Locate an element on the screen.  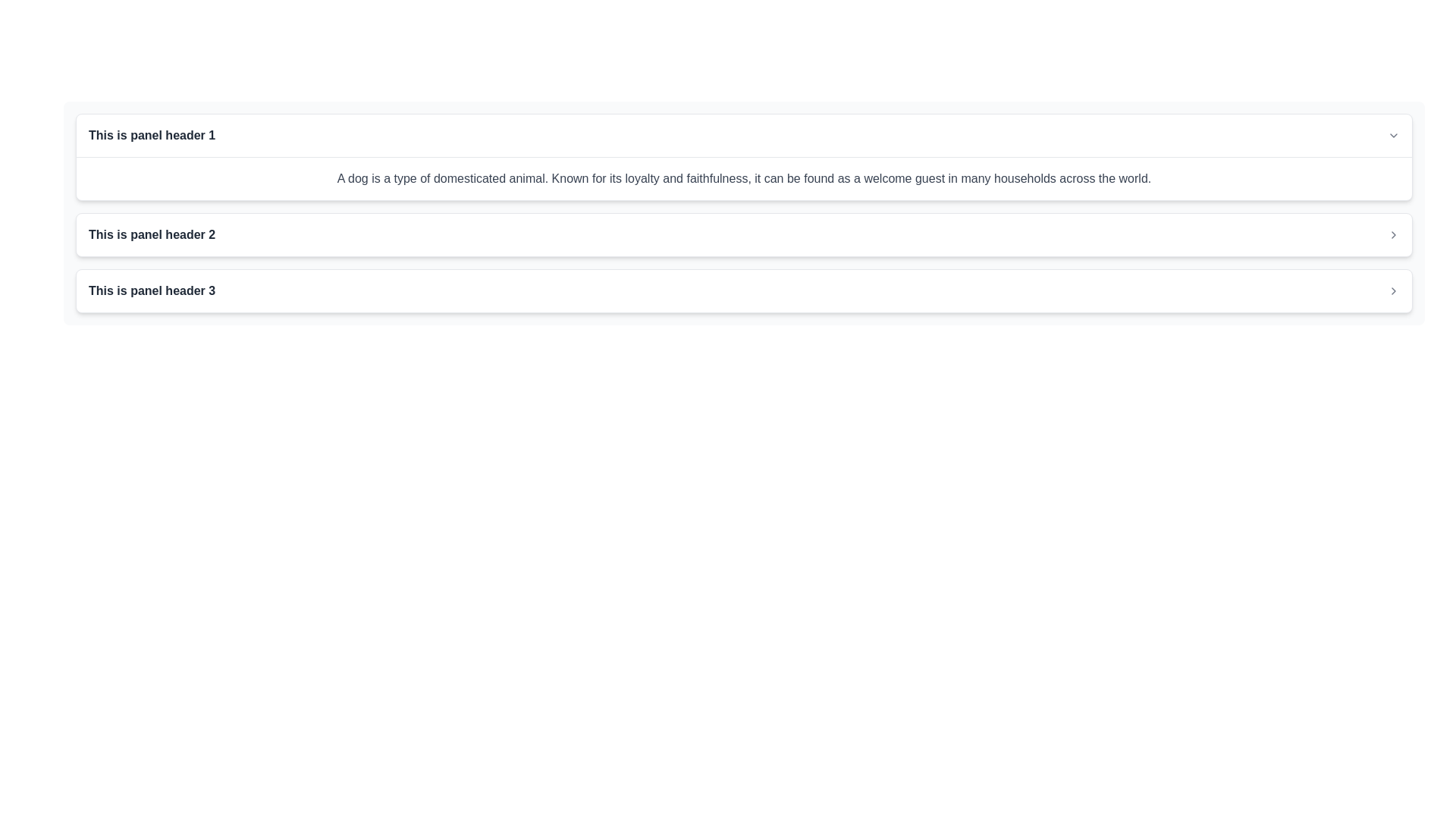
the text label that reads 'This is panel header 2', which is styled with a bold font and dark gray color, located in the middle of three panel headers is located at coordinates (152, 234).